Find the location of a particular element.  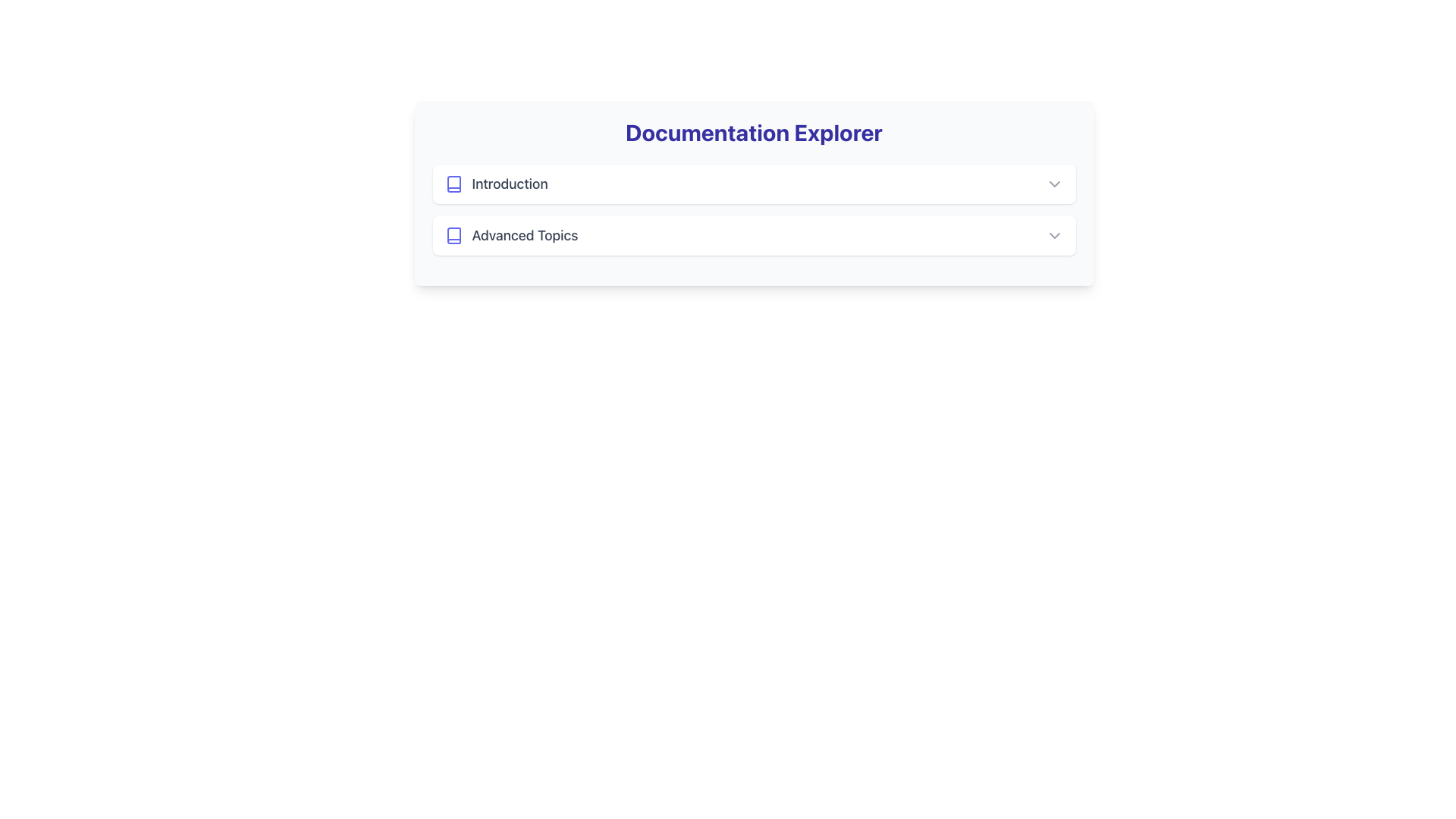

the self-contained module or widget that allows navigation or access to documentation-related content, positioned centrally in the interface is located at coordinates (754, 192).